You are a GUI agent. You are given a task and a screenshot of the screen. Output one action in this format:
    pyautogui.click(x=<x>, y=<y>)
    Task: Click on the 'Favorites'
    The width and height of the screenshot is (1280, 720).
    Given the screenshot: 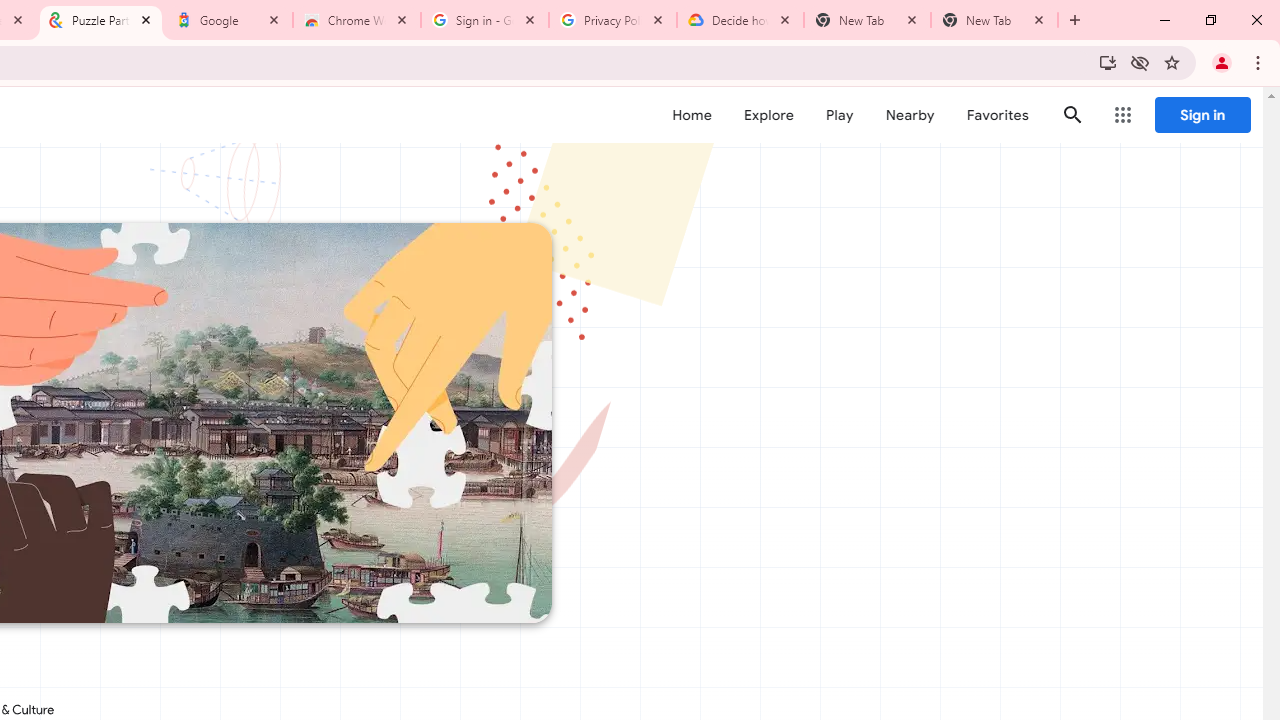 What is the action you would take?
    pyautogui.click(x=997, y=115)
    